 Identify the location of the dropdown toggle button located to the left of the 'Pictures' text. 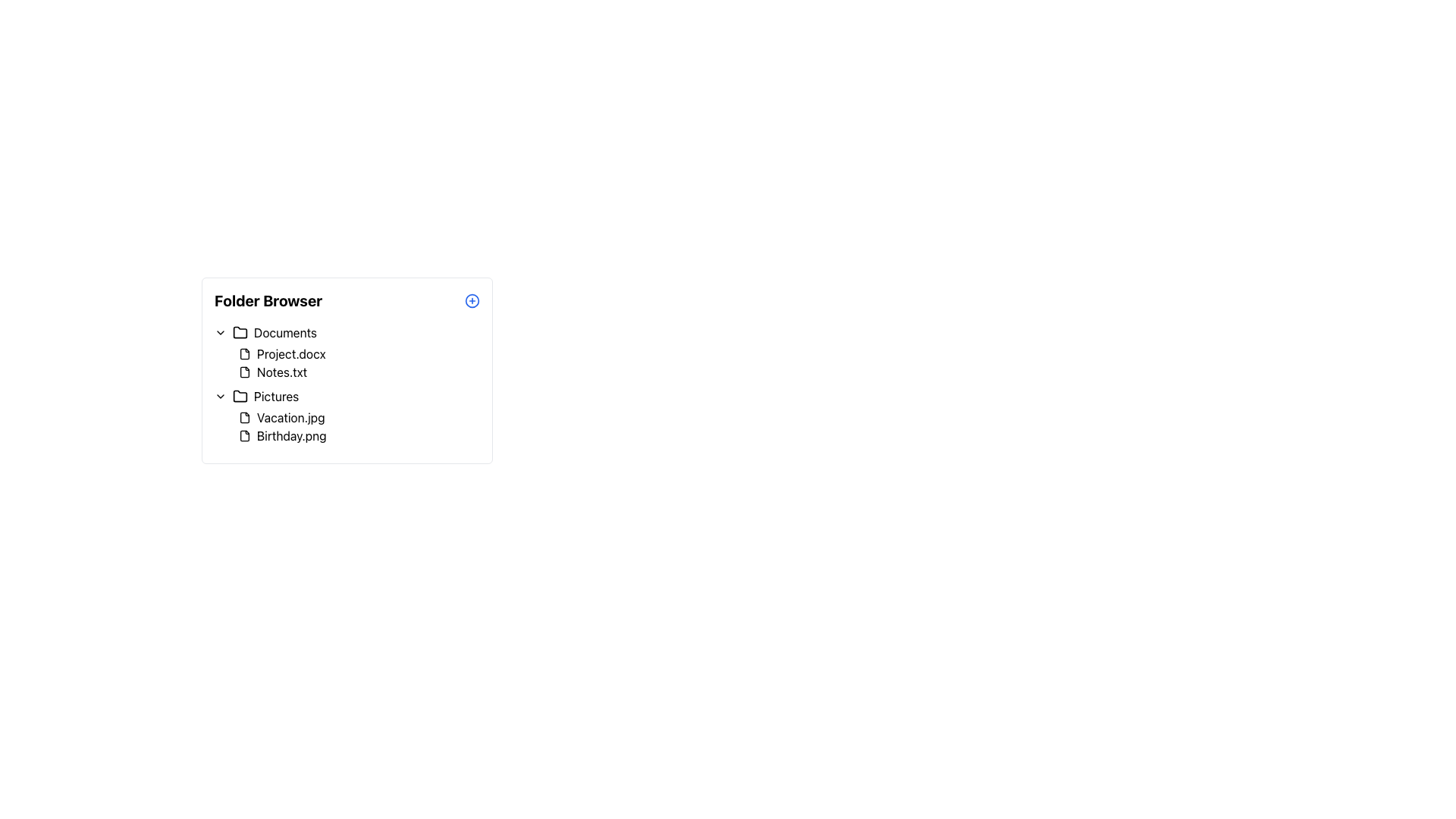
(220, 396).